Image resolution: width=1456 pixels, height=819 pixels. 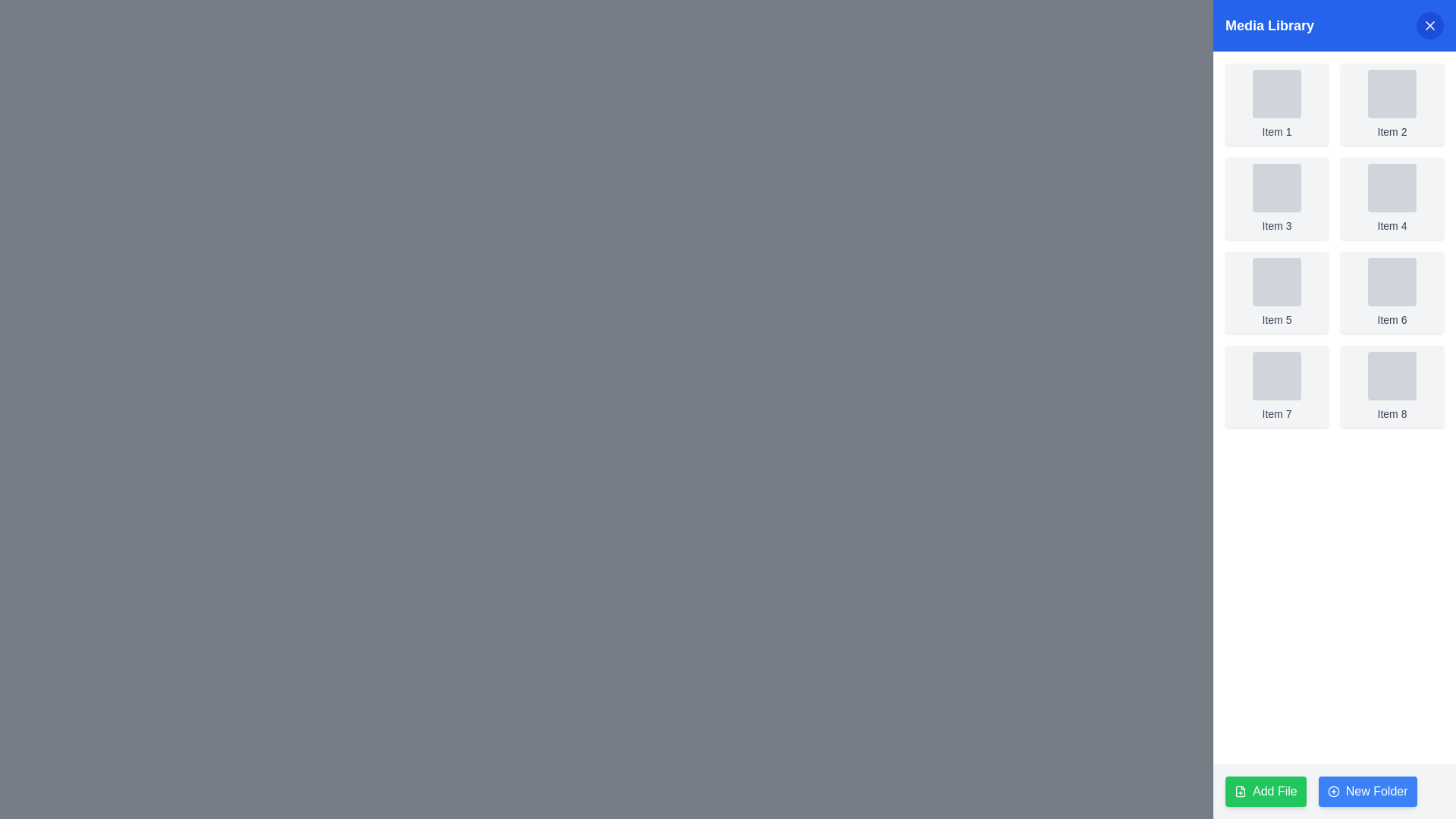 What do you see at coordinates (1392, 385) in the screenshot?
I see `the Card component, which is the eighth item in a grid layout located in the lower-right corner` at bounding box center [1392, 385].